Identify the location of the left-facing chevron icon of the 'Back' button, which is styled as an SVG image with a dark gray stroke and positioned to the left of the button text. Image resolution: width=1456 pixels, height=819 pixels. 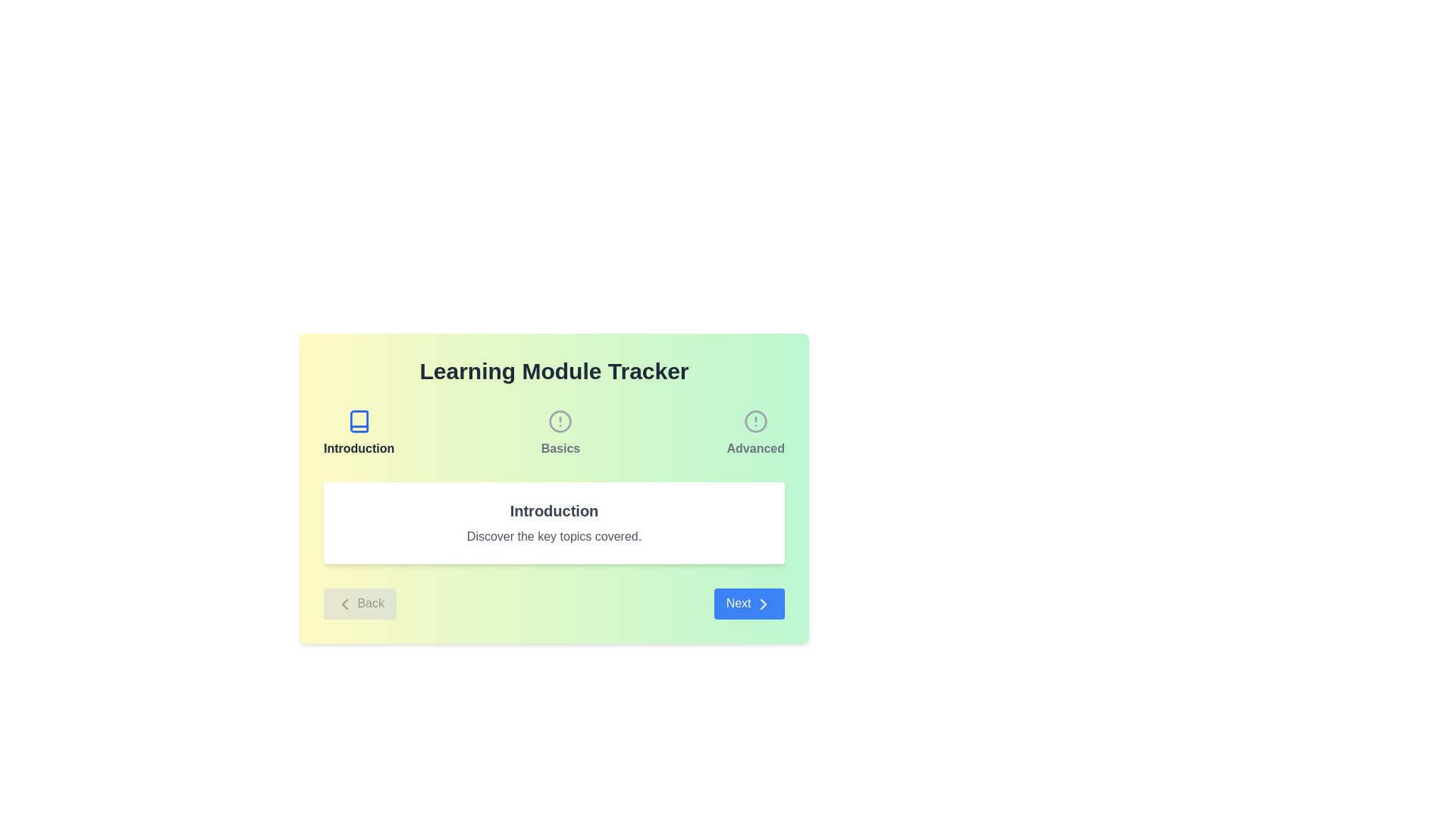
(344, 602).